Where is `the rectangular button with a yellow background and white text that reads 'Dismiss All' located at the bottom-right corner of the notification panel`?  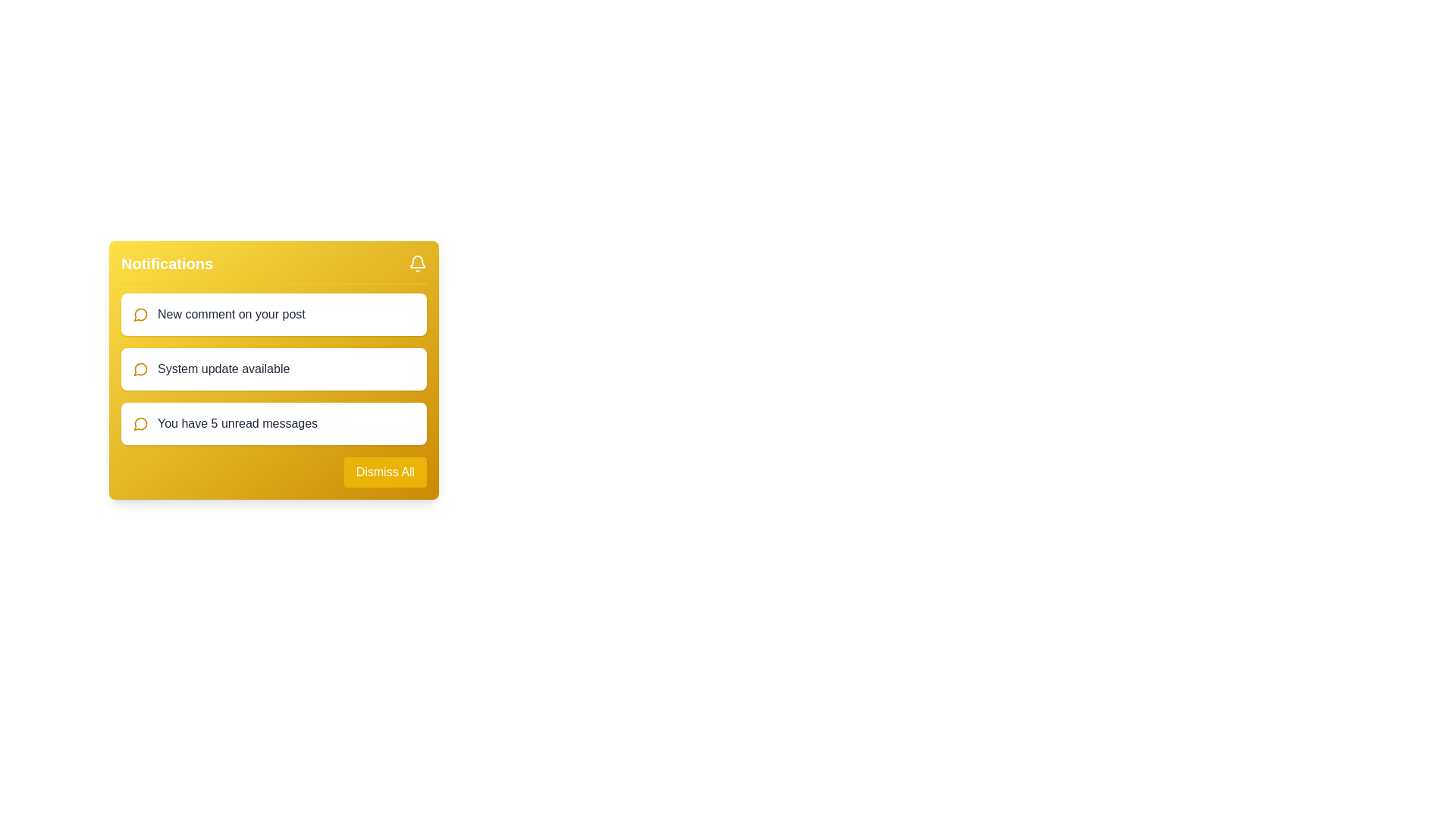
the rectangular button with a yellow background and white text that reads 'Dismiss All' located at the bottom-right corner of the notification panel is located at coordinates (385, 472).